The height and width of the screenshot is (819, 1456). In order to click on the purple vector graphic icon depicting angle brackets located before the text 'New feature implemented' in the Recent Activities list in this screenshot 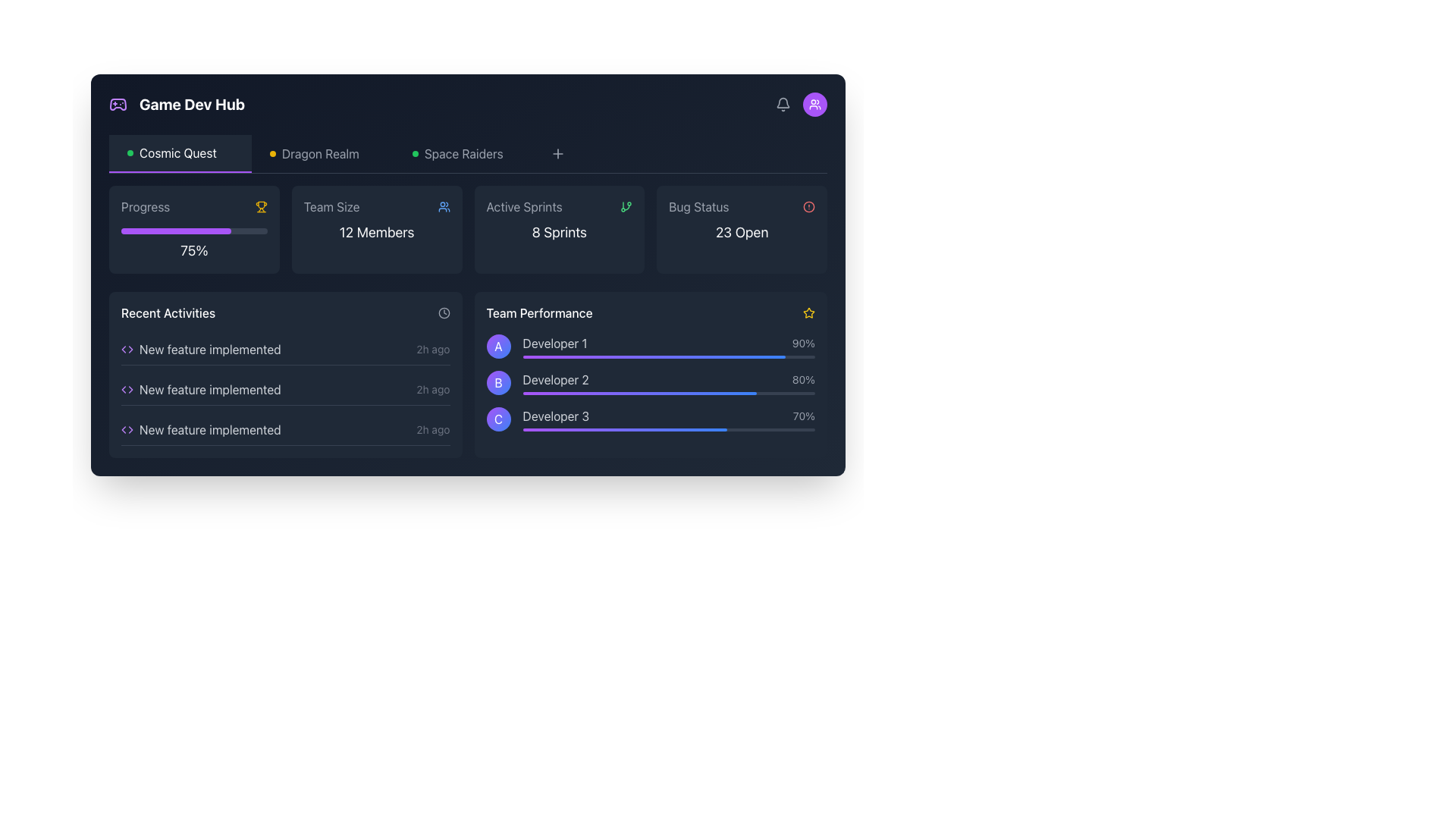, I will do `click(127, 430)`.